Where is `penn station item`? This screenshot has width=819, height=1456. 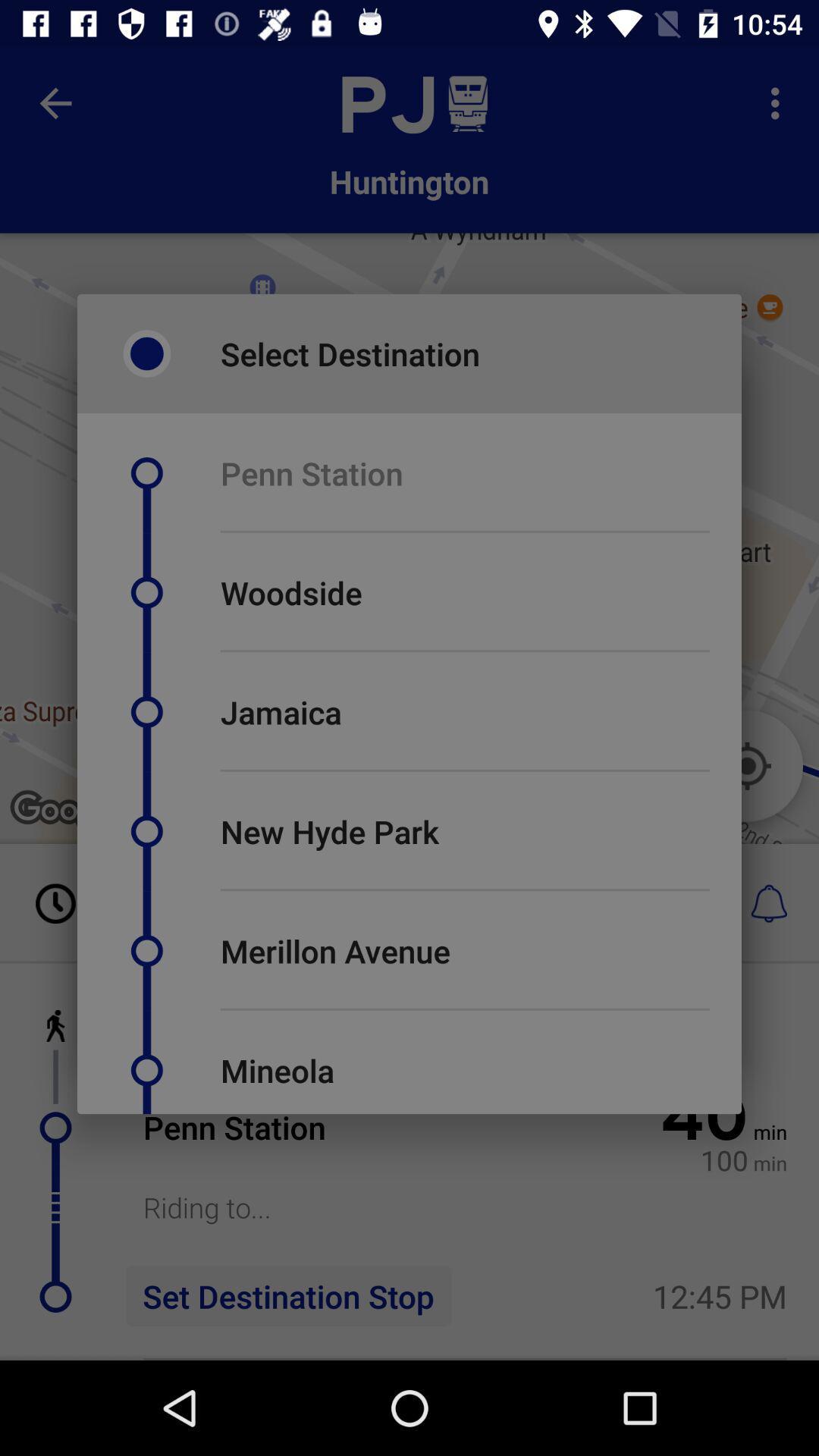 penn station item is located at coordinates (311, 472).